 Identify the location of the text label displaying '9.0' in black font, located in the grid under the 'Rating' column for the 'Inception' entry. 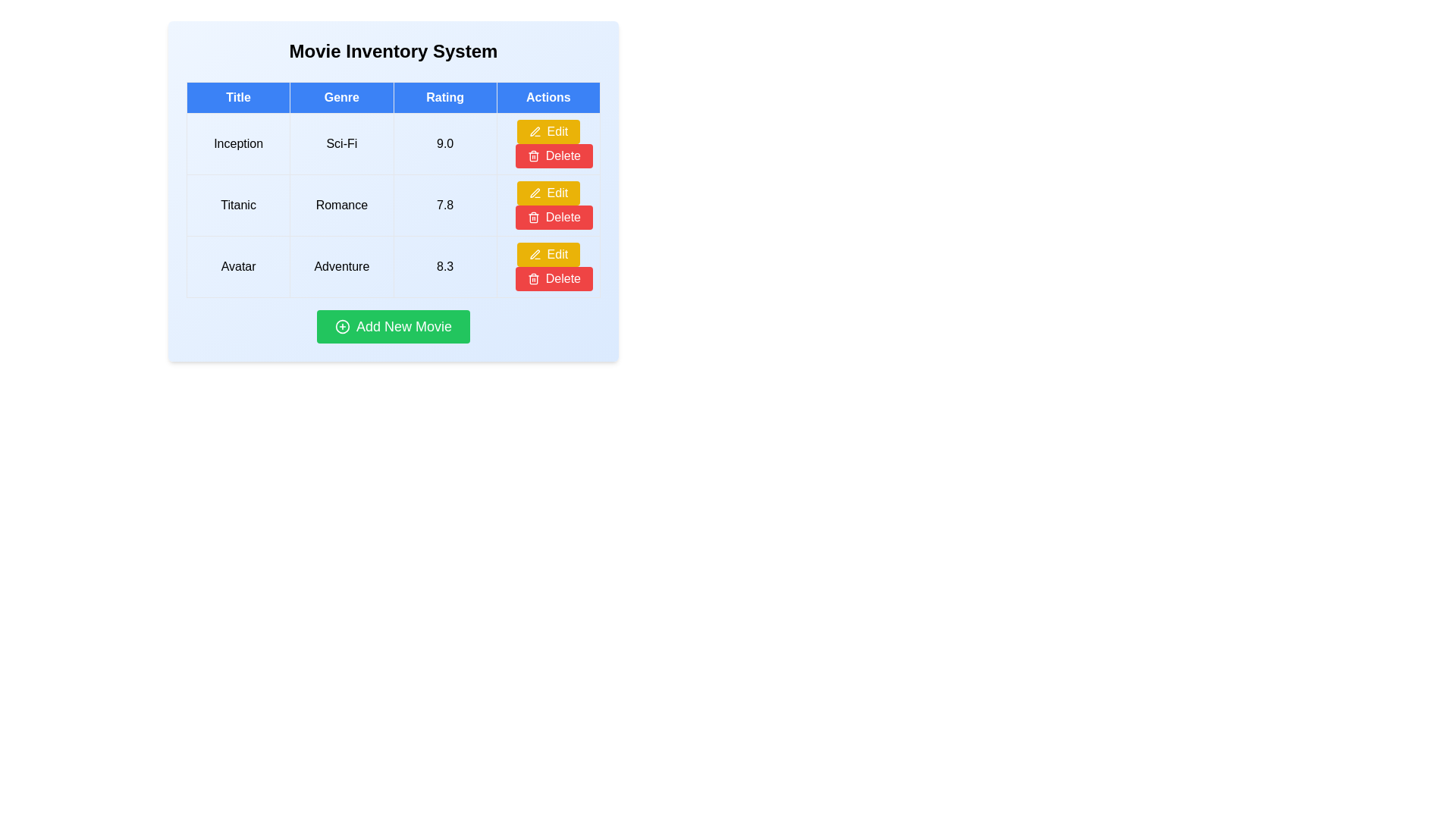
(444, 143).